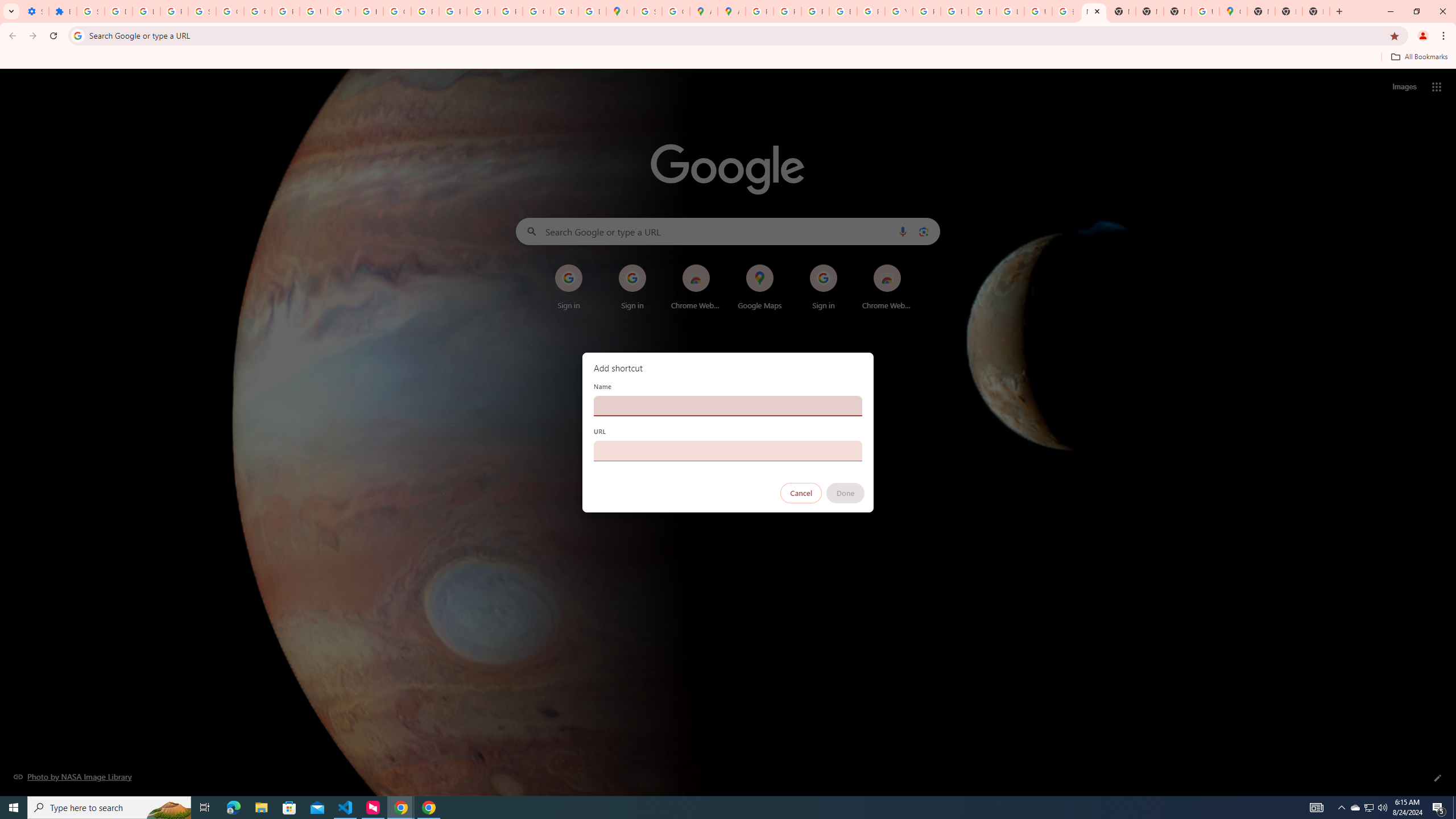  What do you see at coordinates (728, 405) in the screenshot?
I see `'Name'` at bounding box center [728, 405].